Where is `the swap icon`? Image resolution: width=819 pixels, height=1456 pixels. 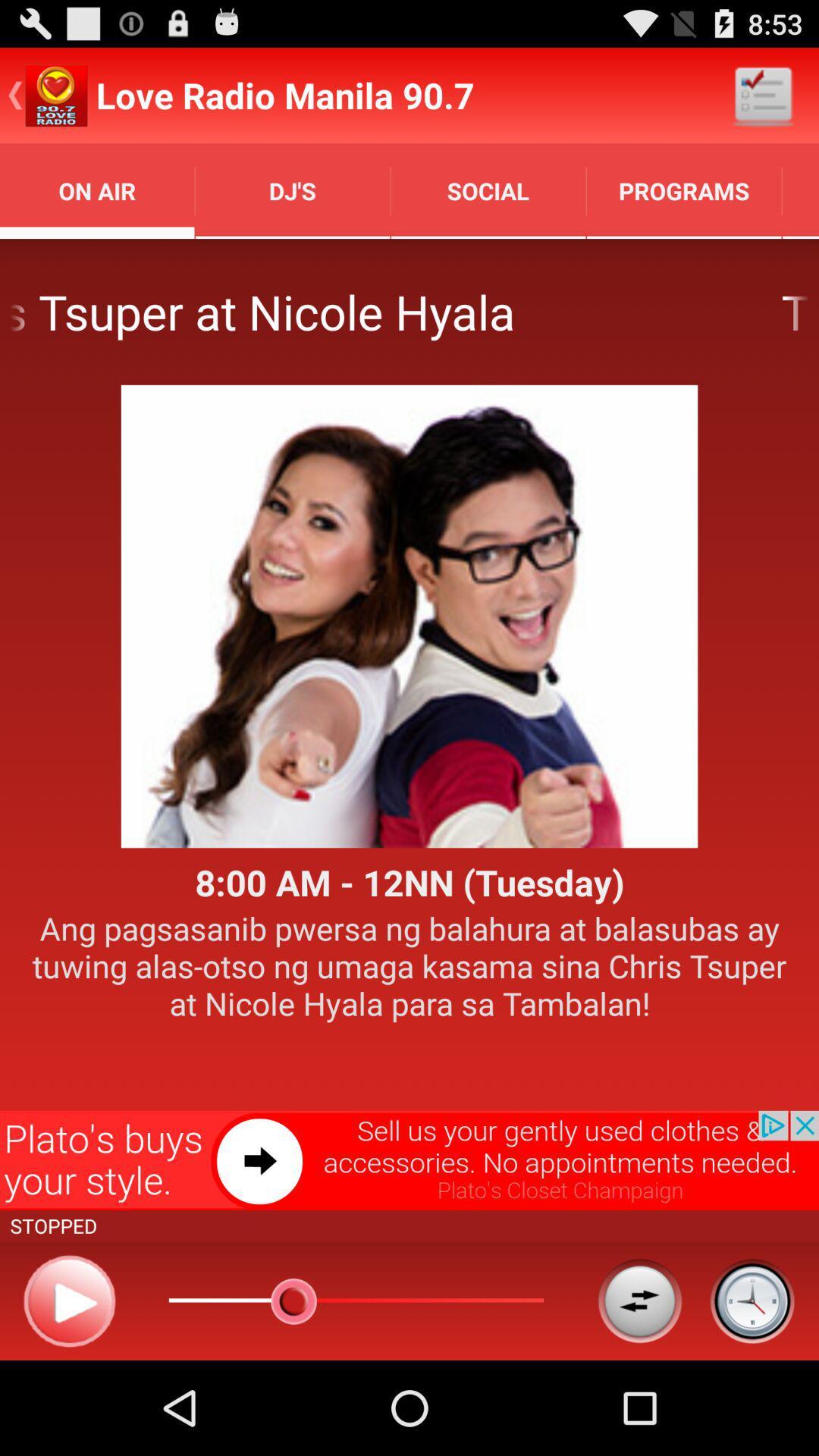 the swap icon is located at coordinates (639, 1392).